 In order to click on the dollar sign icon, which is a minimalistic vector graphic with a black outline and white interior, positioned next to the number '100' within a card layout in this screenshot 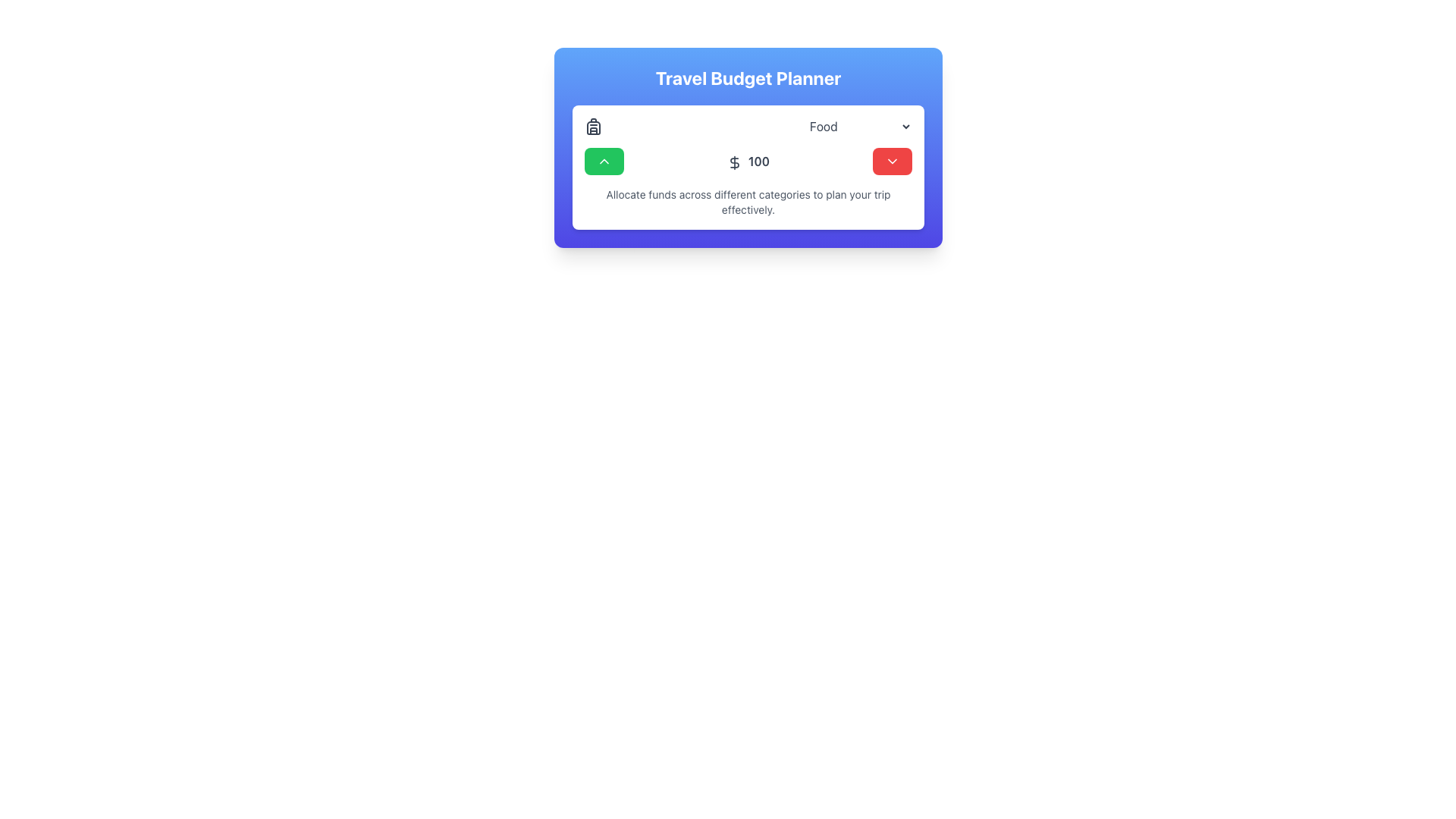, I will do `click(734, 162)`.